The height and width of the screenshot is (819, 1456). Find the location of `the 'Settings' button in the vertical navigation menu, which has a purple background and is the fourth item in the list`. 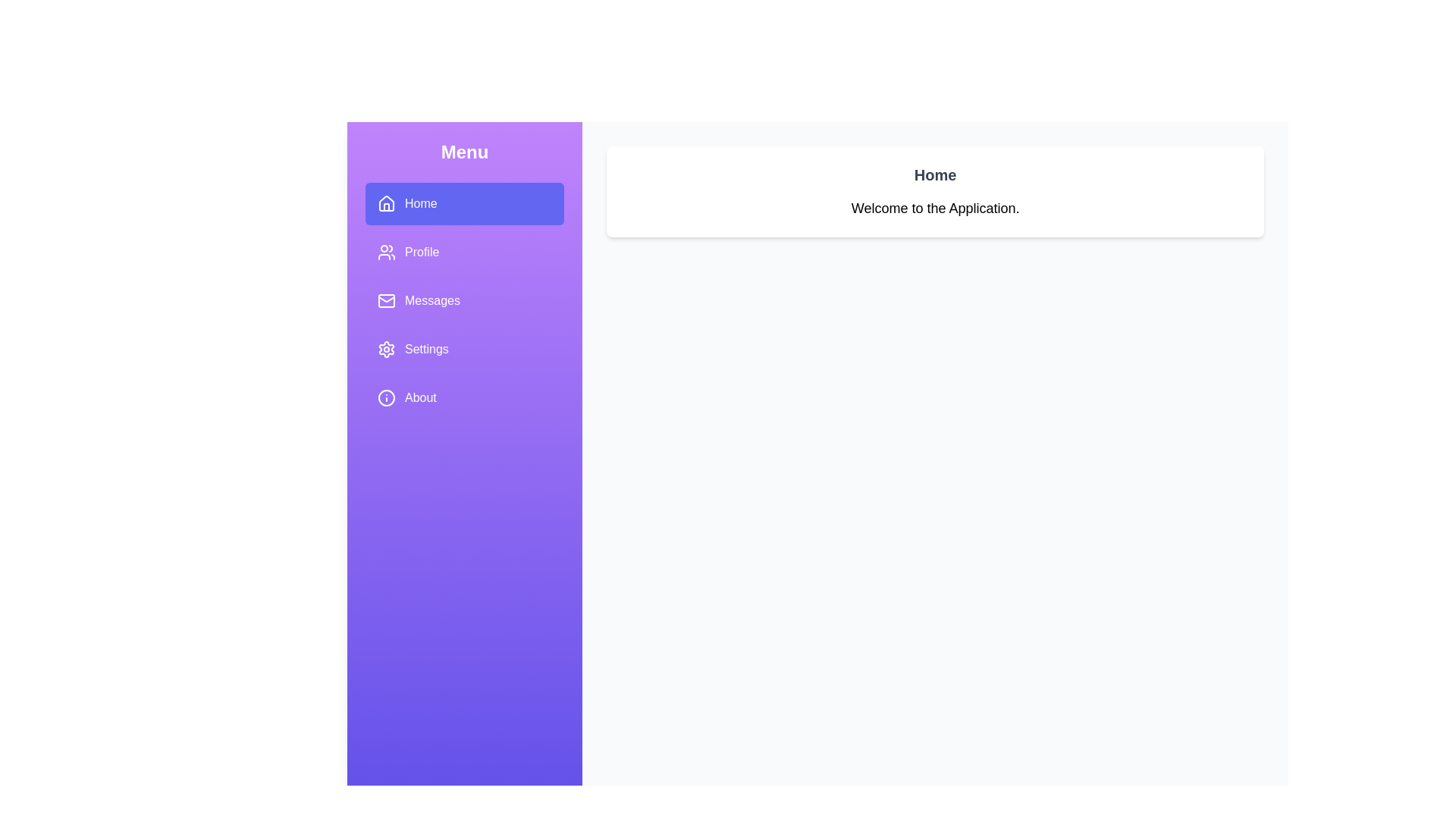

the 'Settings' button in the vertical navigation menu, which has a purple background and is the fourth item in the list is located at coordinates (464, 350).